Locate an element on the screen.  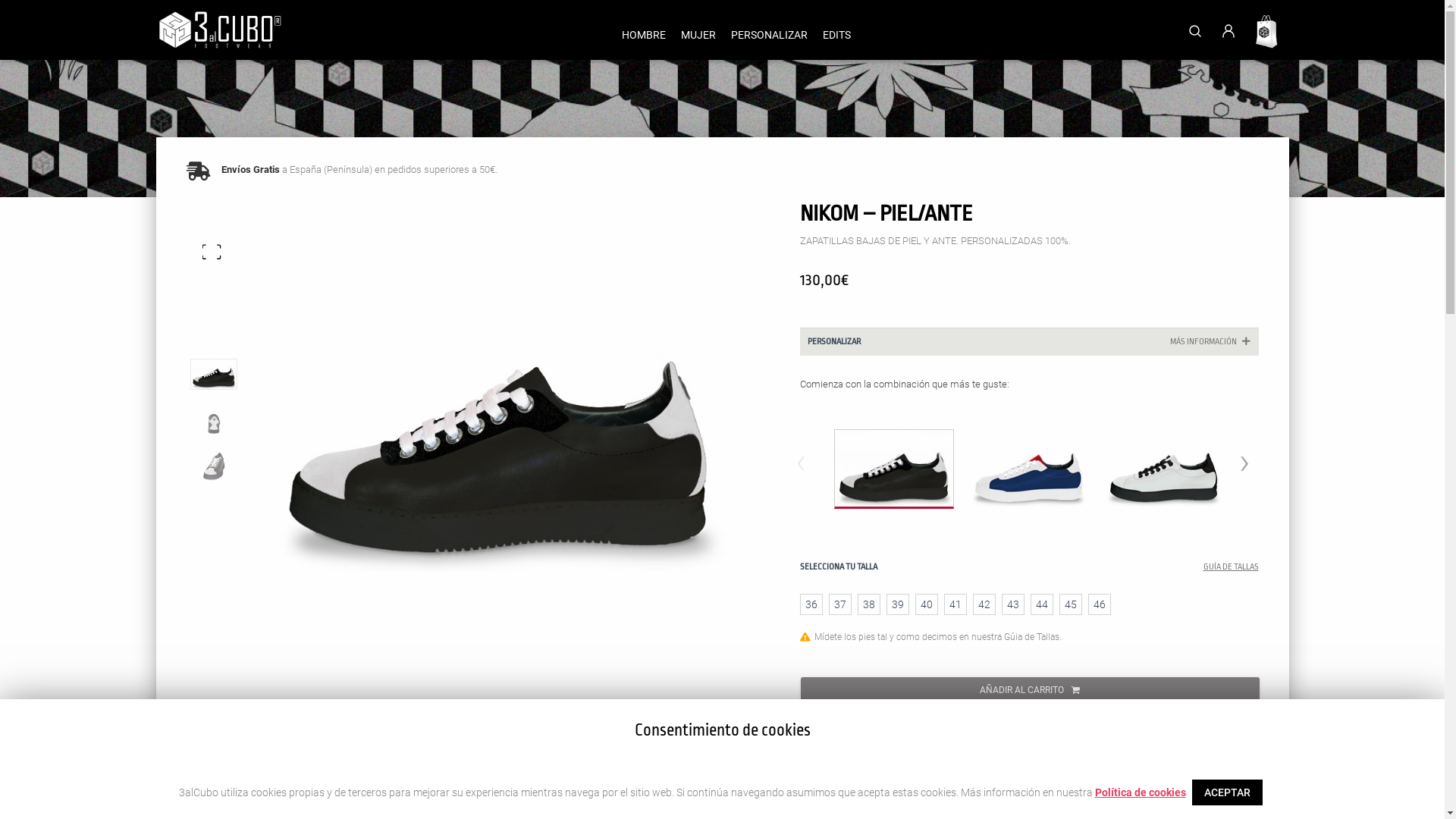
'MUJER' is located at coordinates (673, 34).